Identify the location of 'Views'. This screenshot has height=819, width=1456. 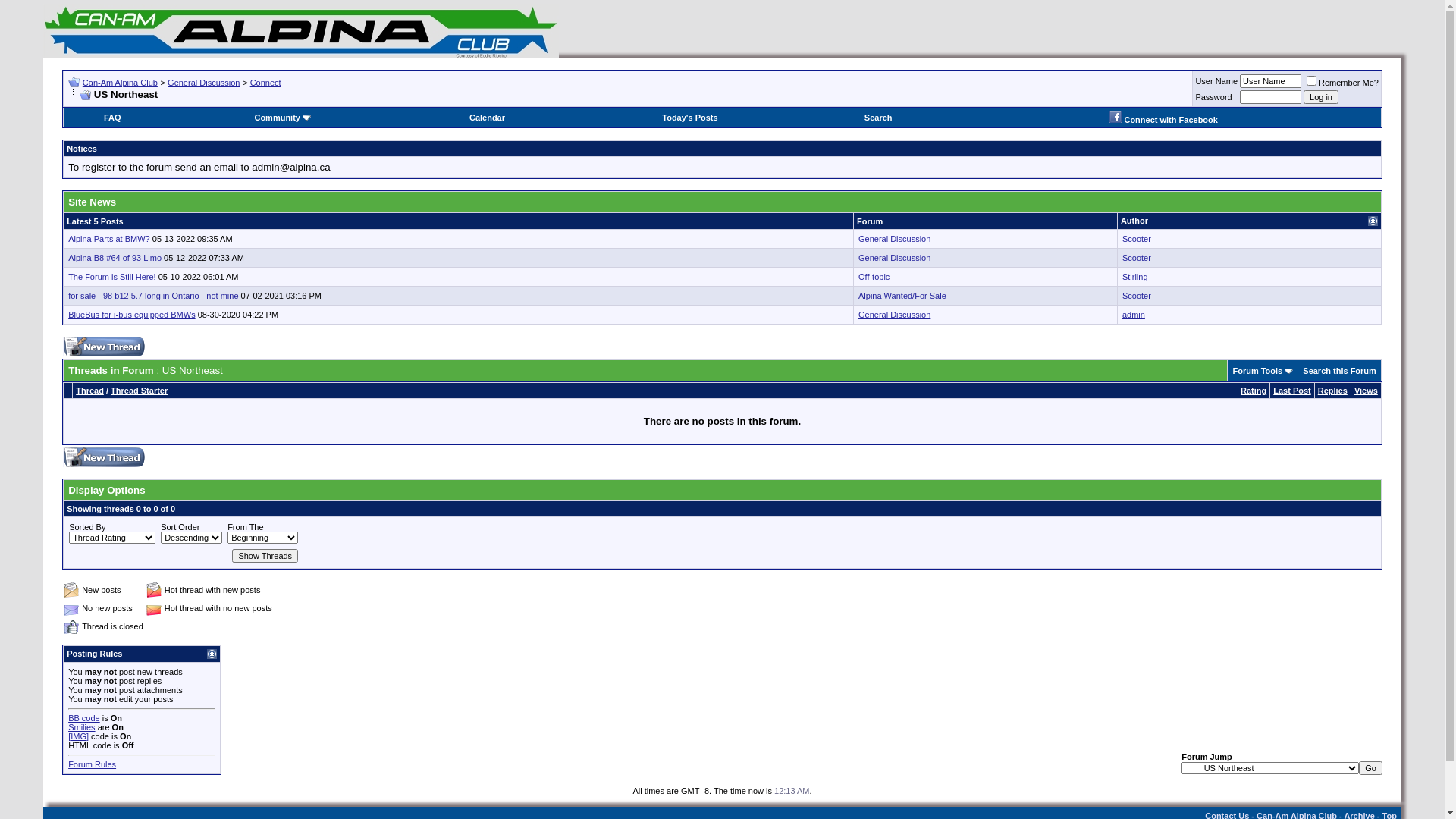
(1354, 390).